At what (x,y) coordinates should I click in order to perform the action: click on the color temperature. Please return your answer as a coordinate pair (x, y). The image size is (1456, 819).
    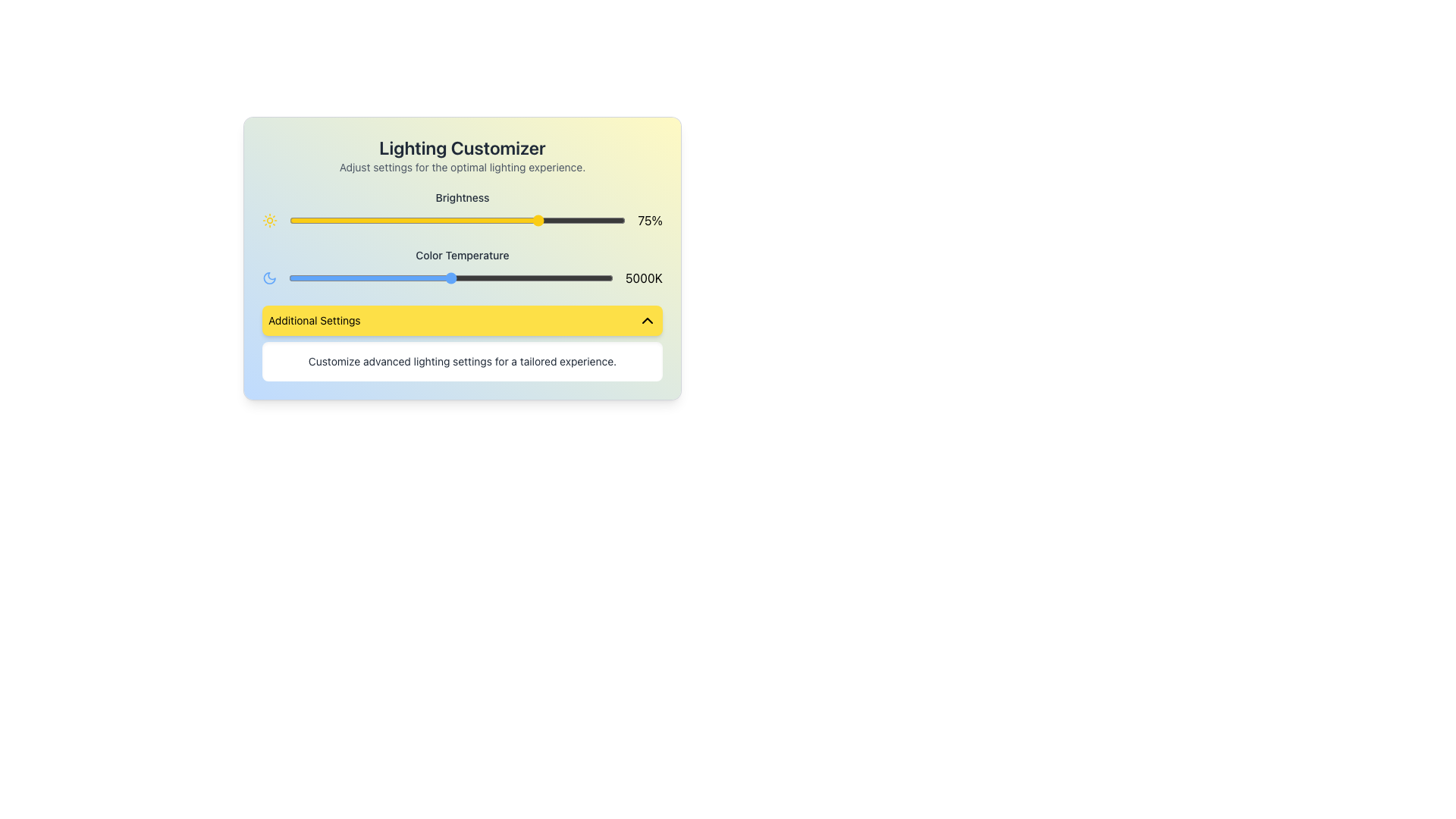
    Looking at the image, I should click on (611, 278).